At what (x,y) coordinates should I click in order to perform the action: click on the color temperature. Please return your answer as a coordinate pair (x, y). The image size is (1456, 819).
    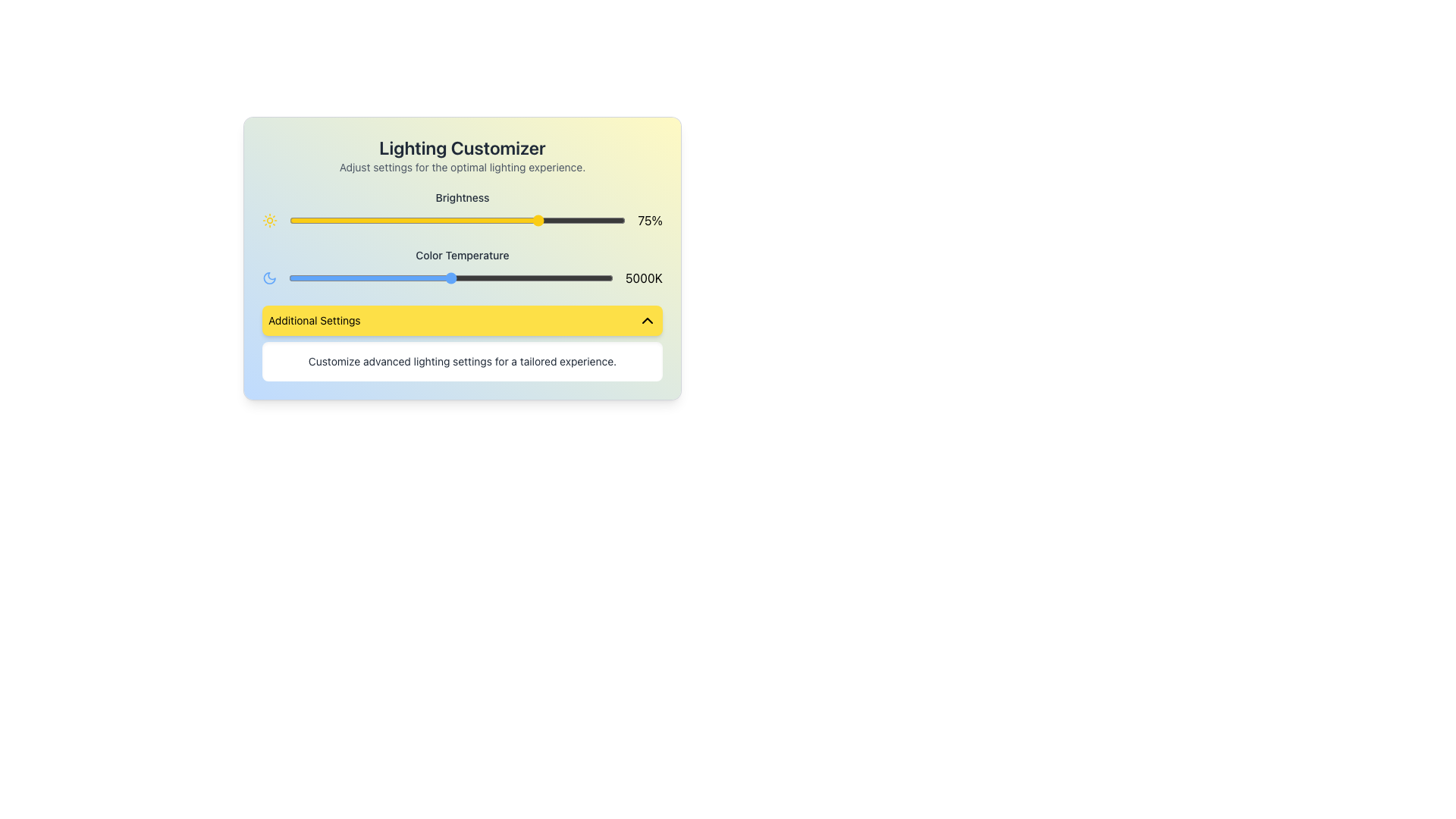
    Looking at the image, I should click on (611, 278).